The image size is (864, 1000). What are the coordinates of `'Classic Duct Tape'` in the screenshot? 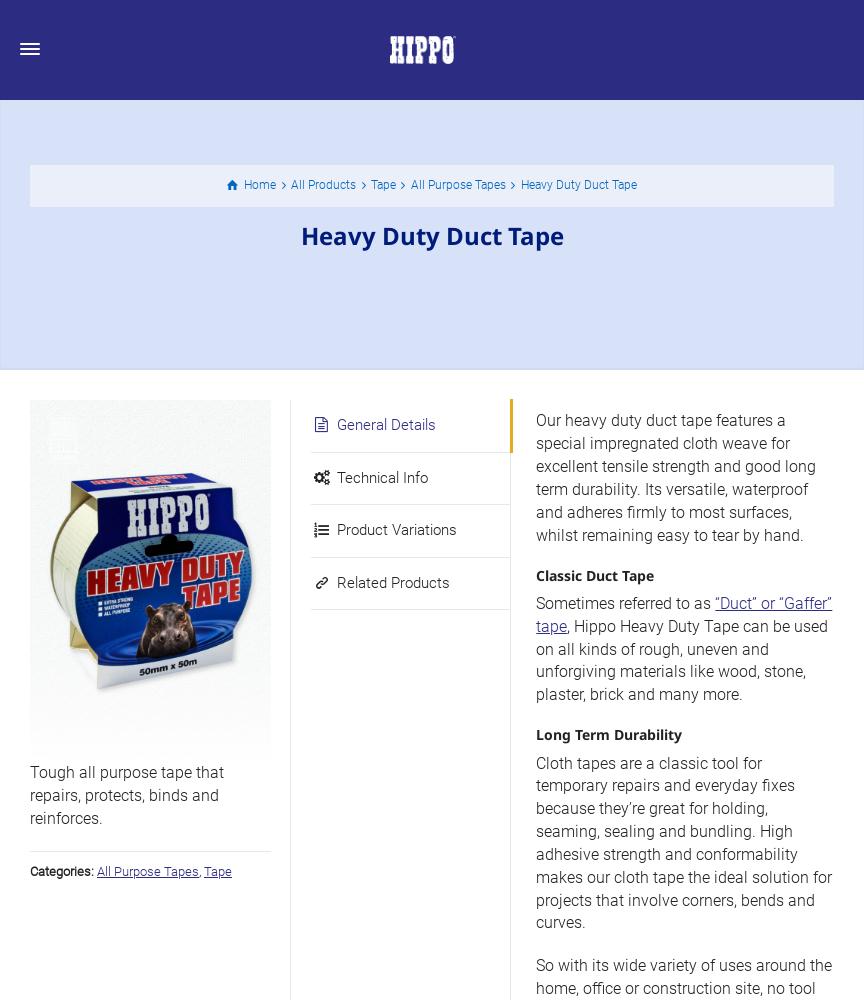 It's located at (536, 573).